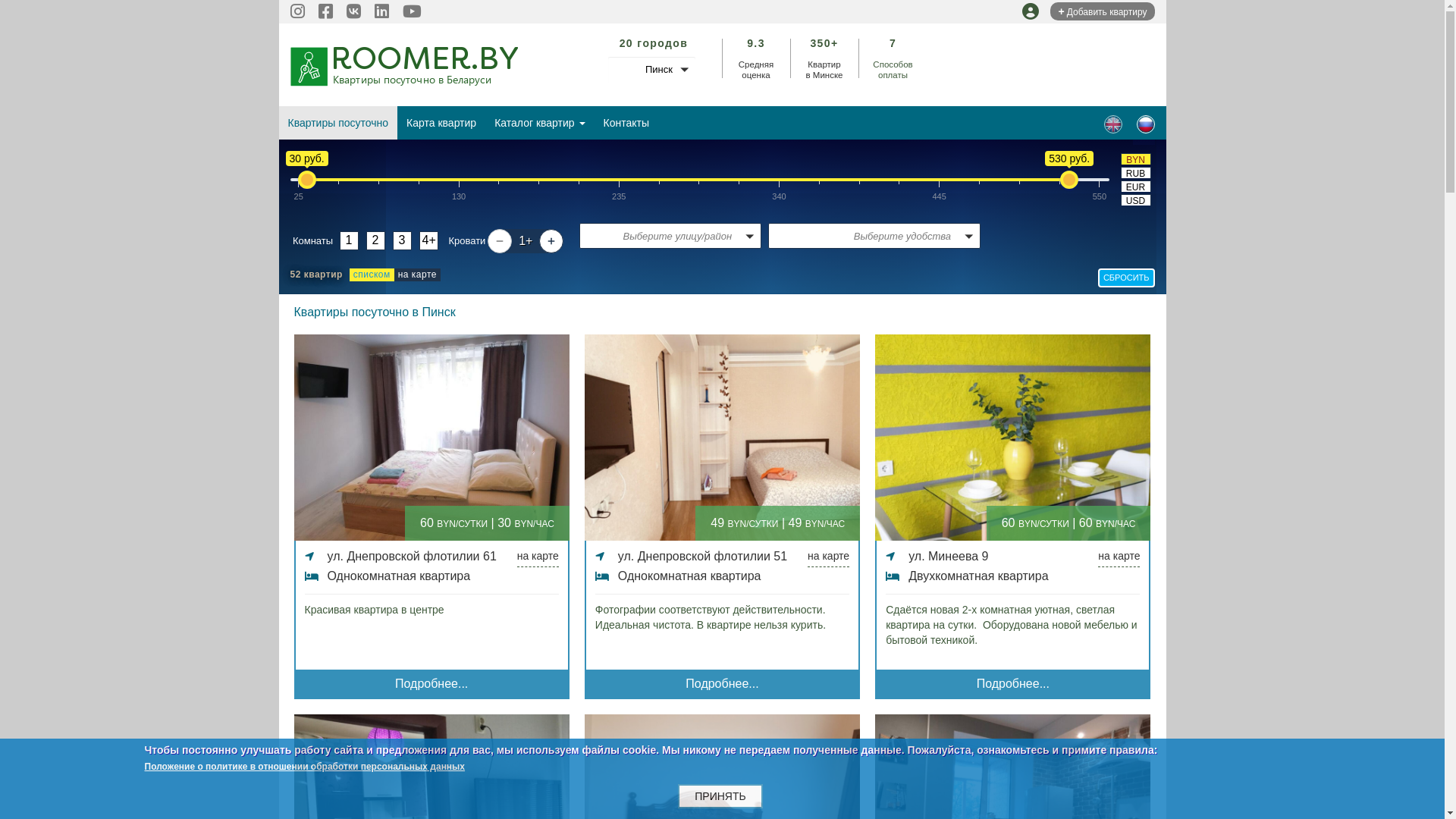 This screenshot has height=819, width=1456. Describe the element at coordinates (1113, 124) in the screenshot. I see `'English'` at that location.